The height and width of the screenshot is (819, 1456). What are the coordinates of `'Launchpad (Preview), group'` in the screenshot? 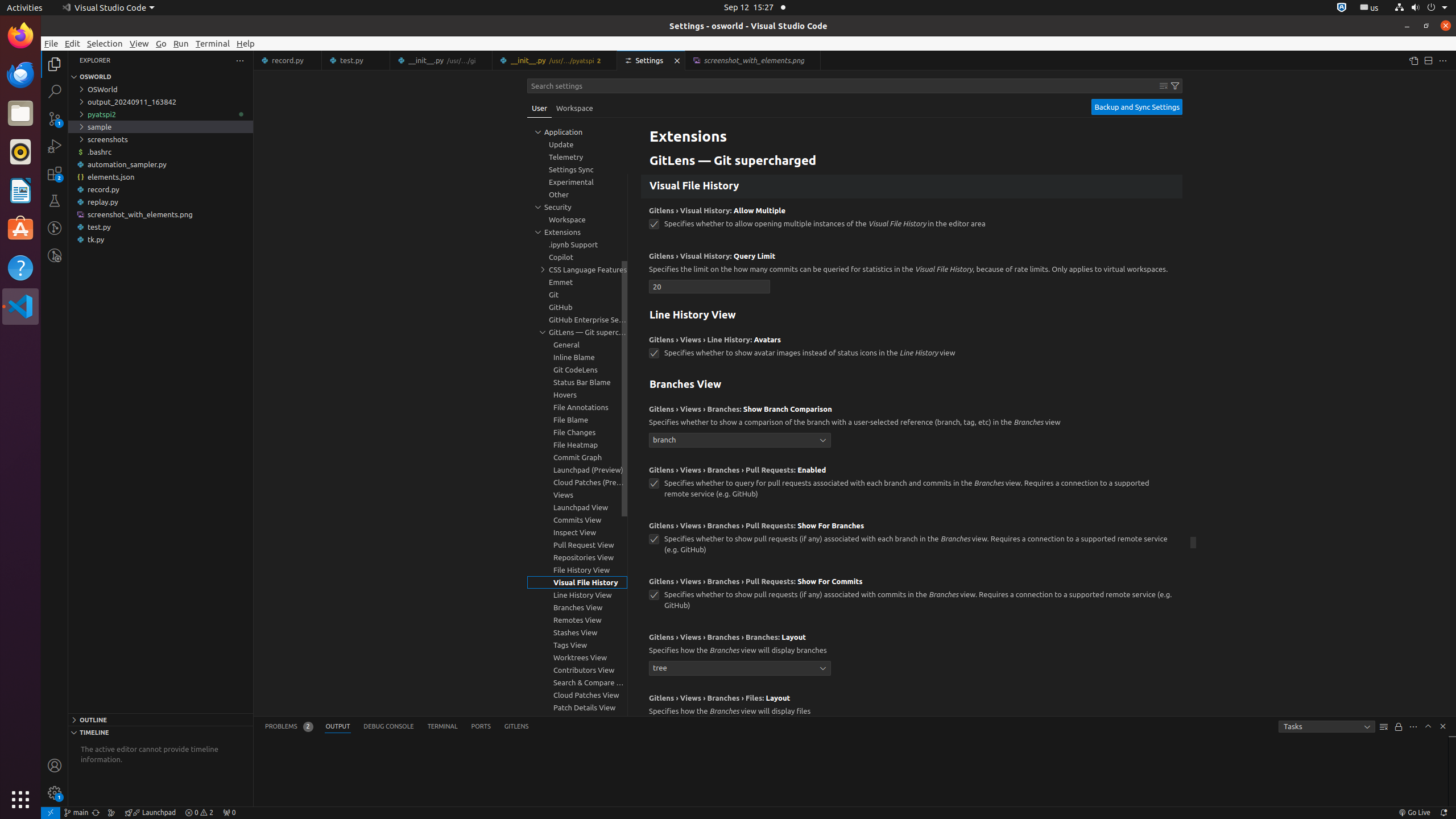 It's located at (577, 469).